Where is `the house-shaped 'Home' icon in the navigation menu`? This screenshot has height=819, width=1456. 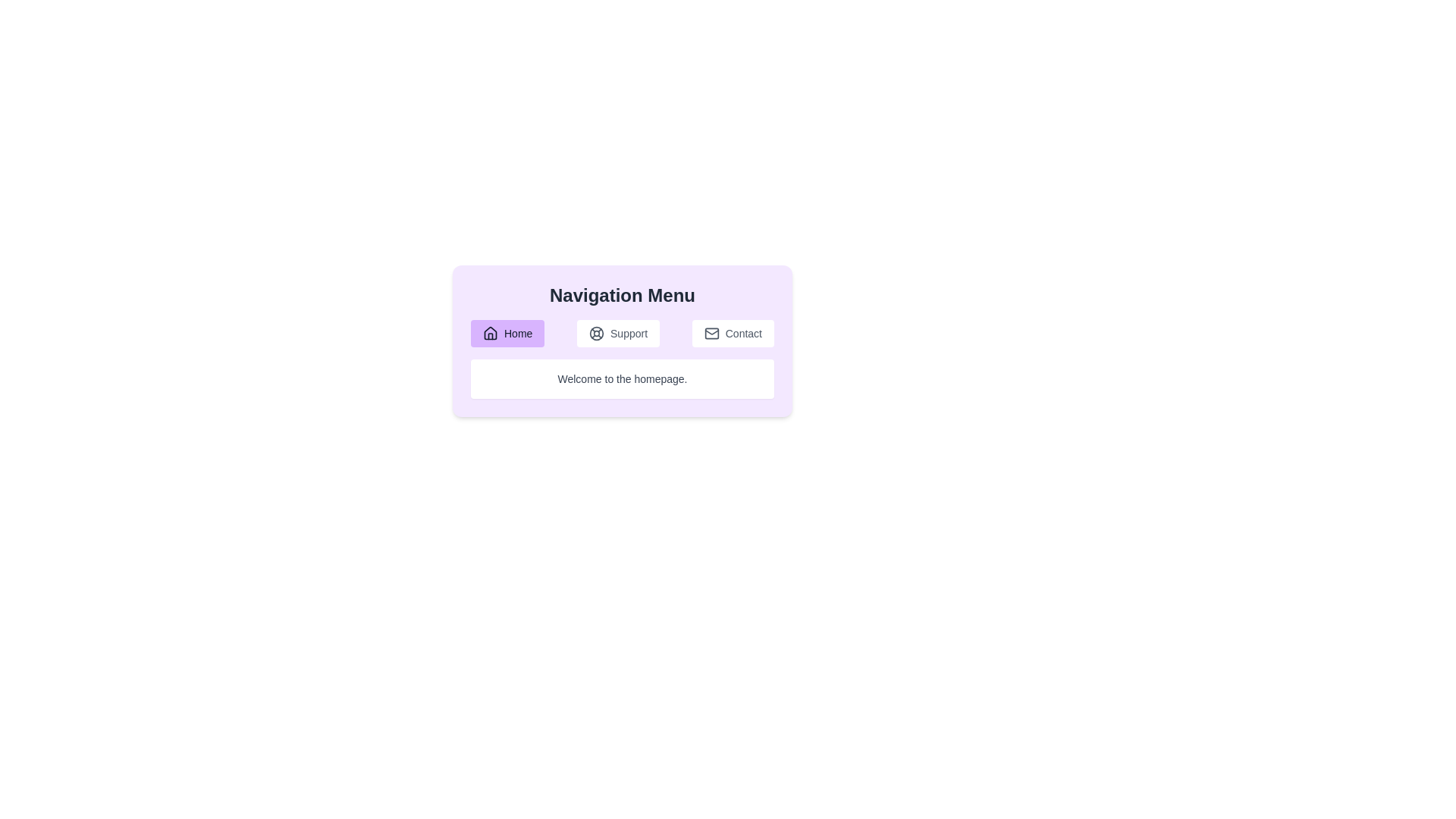
the house-shaped 'Home' icon in the navigation menu is located at coordinates (491, 332).